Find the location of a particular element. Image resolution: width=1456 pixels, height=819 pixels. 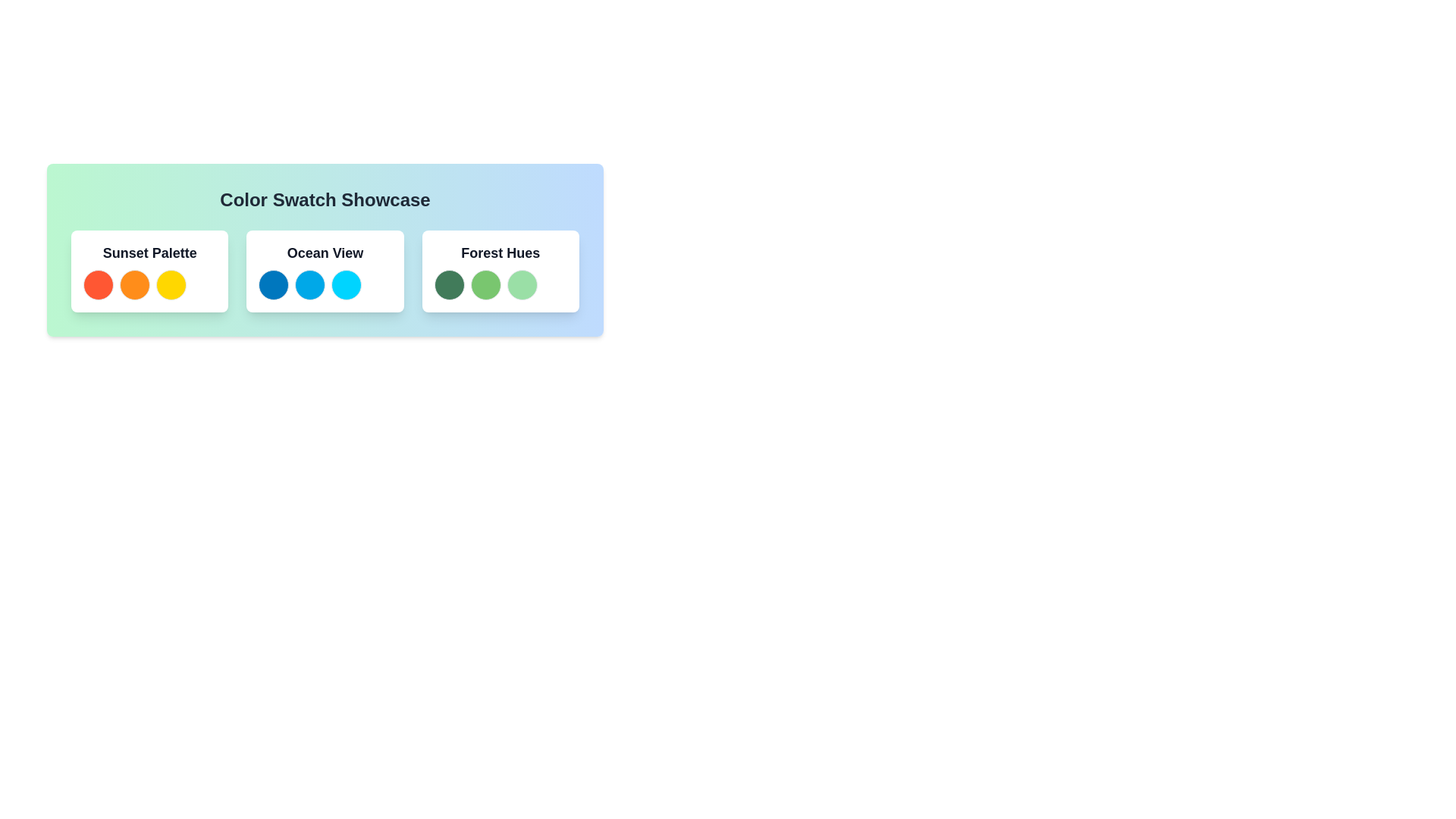

the 'Forest Hues' card, which is the third card in a grid with a white background, rounded corners, and a shadow effect, containing colored swatches at the bottom is located at coordinates (500, 271).